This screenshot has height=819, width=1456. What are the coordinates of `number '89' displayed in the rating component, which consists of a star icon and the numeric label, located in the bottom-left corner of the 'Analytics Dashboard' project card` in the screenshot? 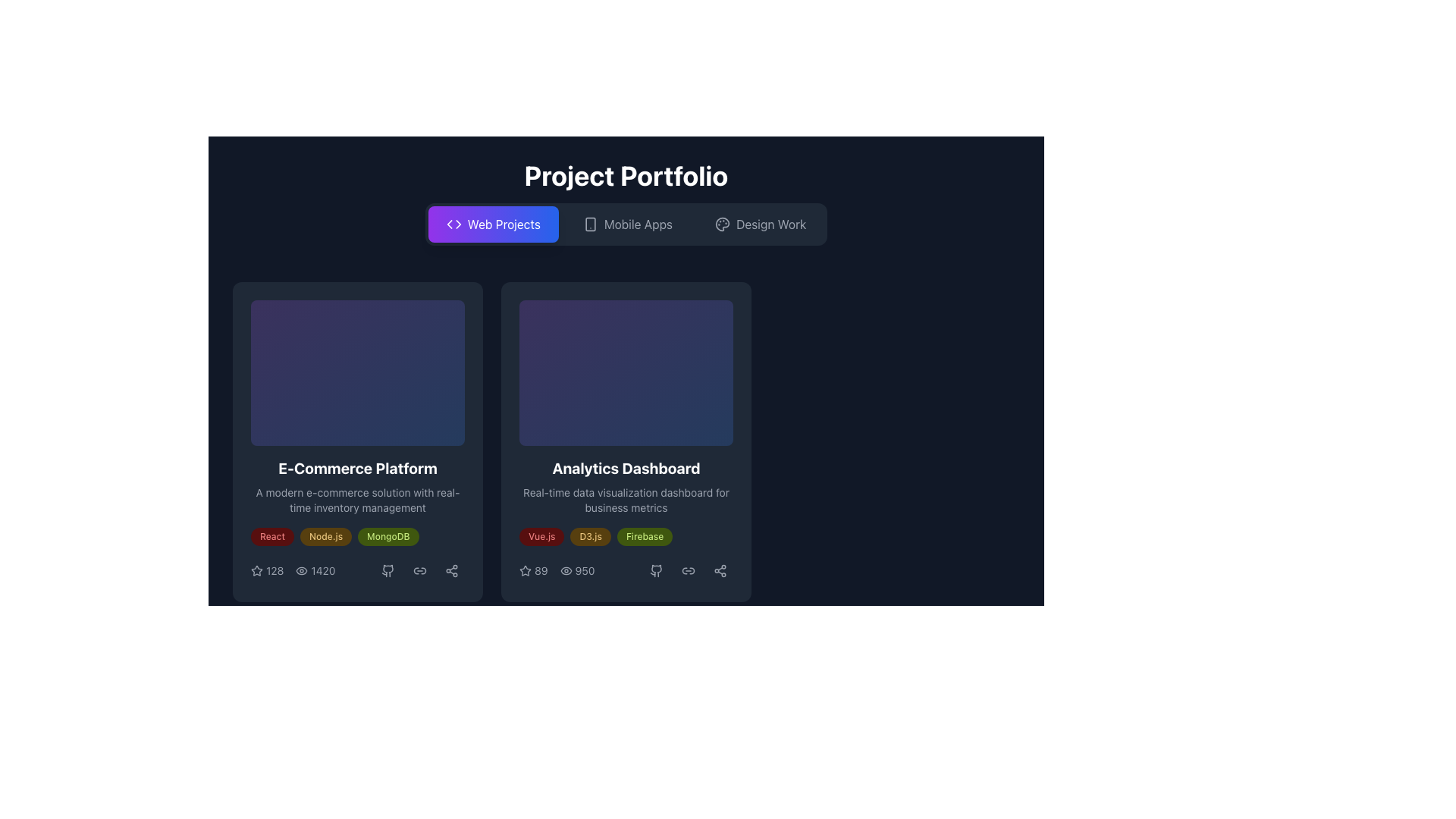 It's located at (533, 570).